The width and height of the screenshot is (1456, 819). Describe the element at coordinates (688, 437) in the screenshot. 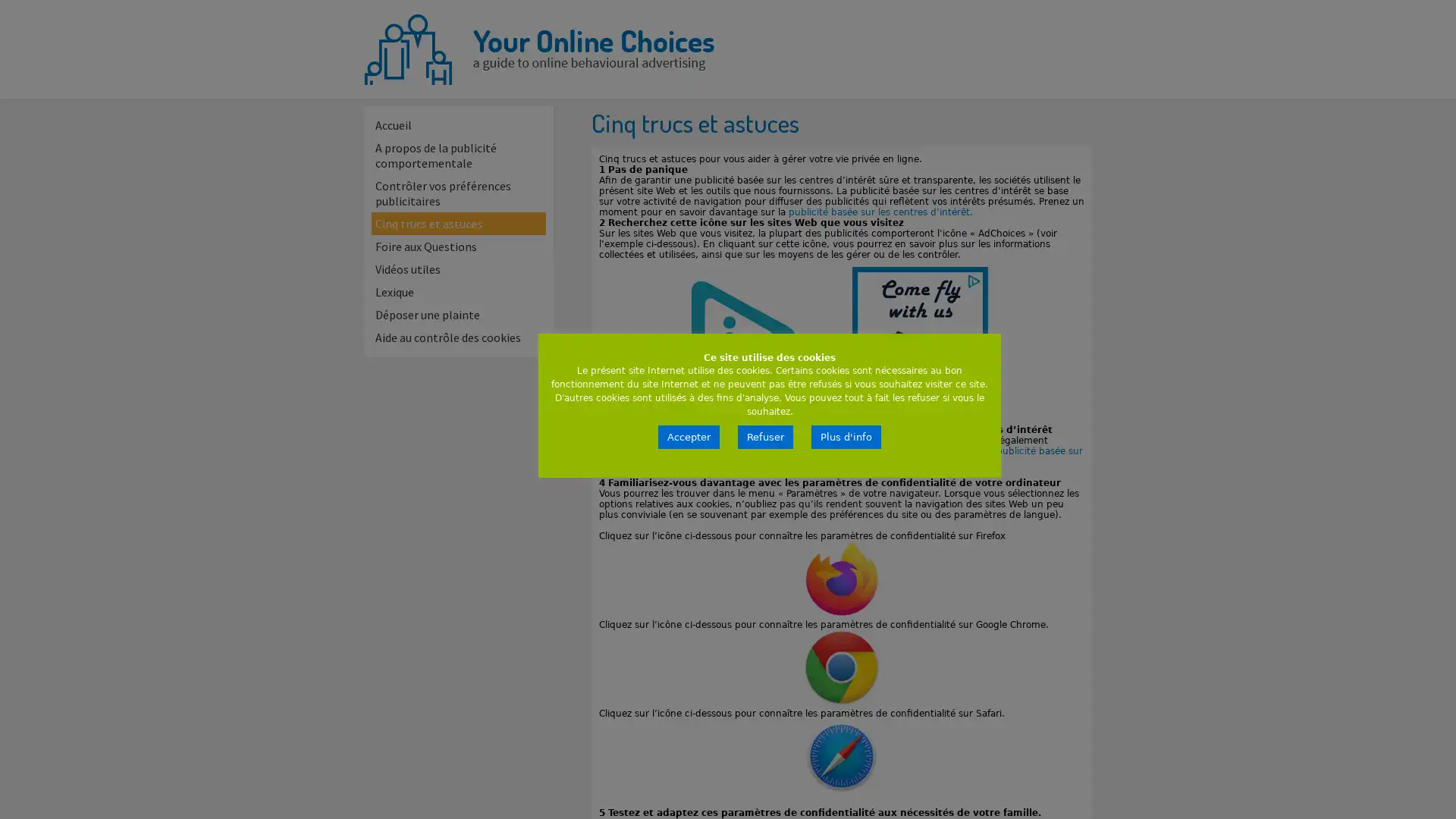

I see `Accepter` at that location.